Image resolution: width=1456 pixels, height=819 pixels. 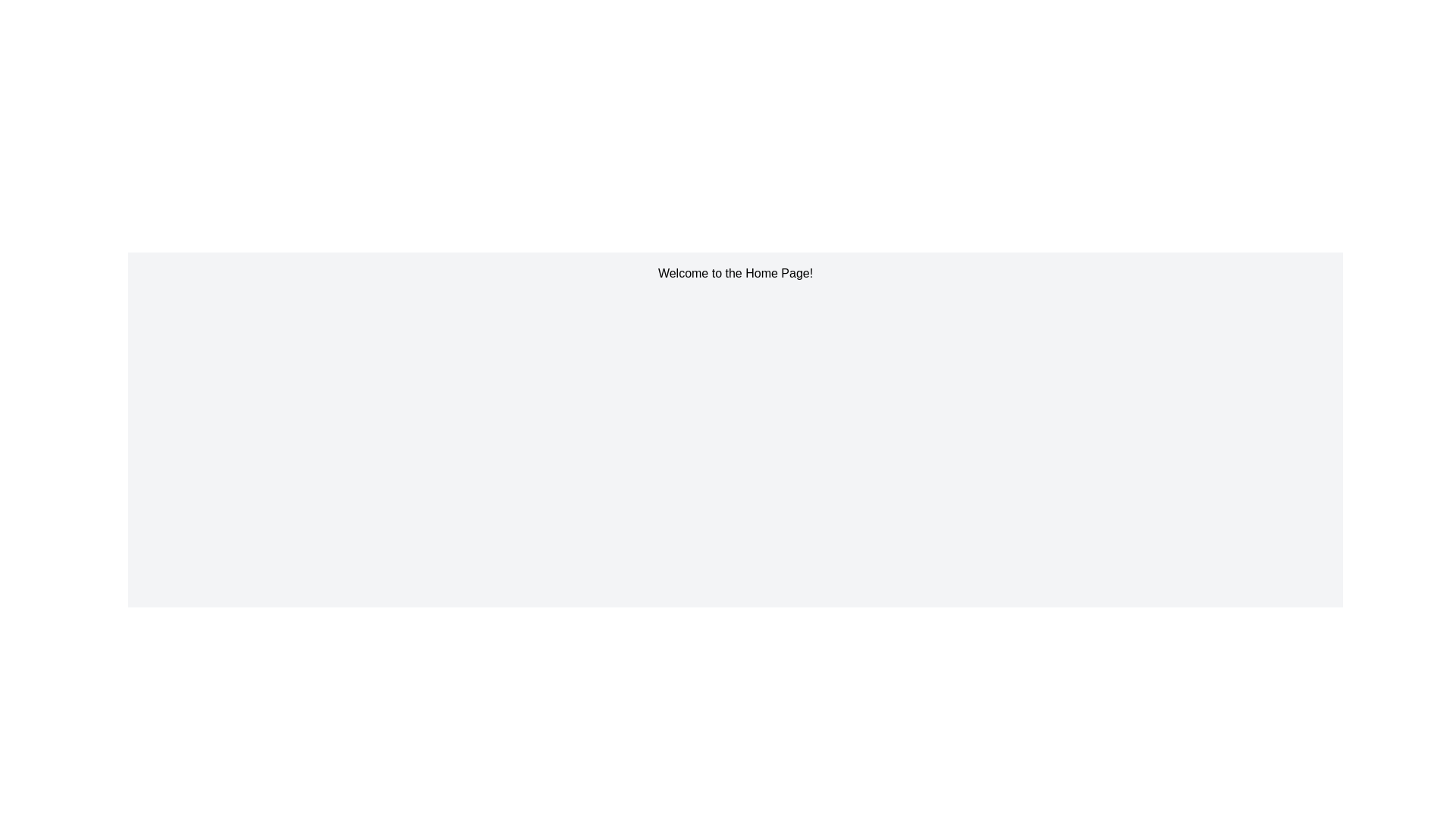 I want to click on text of the centered header that reads 'Welcome to the Home Page!' located in the upper section of the main content area, so click(x=735, y=274).